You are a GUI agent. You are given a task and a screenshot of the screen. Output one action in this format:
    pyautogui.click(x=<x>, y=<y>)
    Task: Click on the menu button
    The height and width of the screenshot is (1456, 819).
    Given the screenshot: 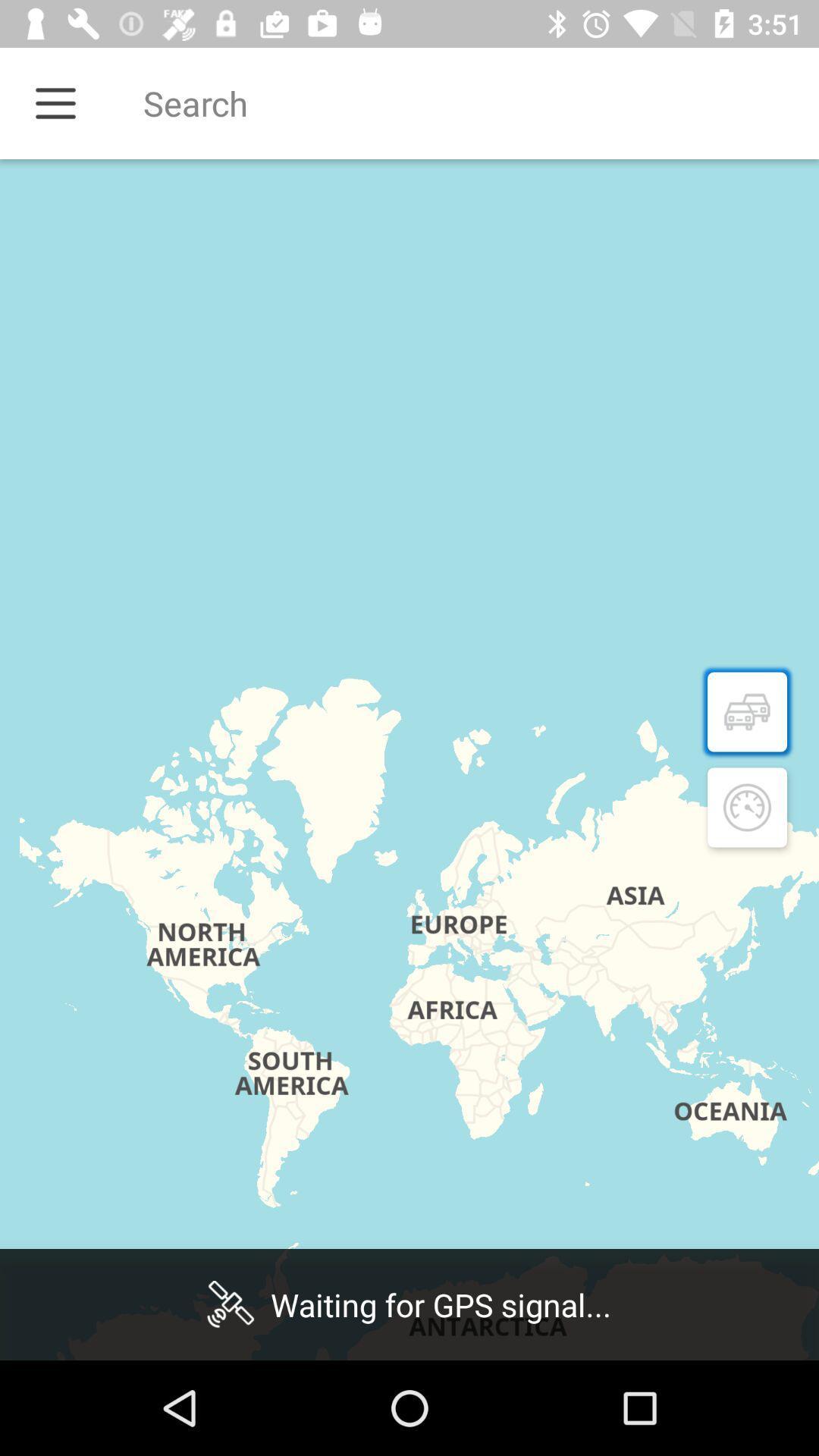 What is the action you would take?
    pyautogui.click(x=55, y=102)
    